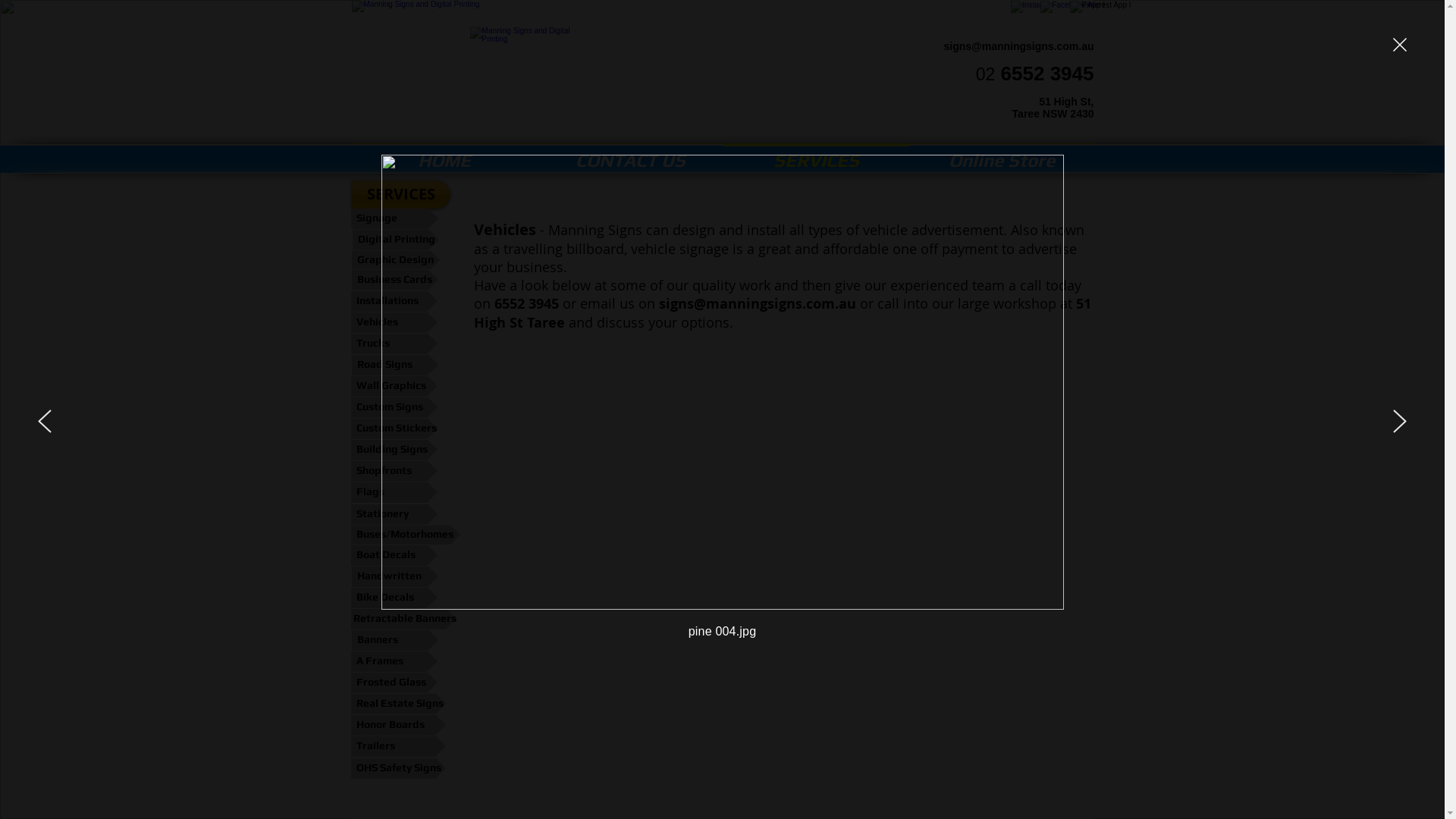 This screenshot has width=1456, height=819. I want to click on 'Frosted Glass', so click(349, 681).